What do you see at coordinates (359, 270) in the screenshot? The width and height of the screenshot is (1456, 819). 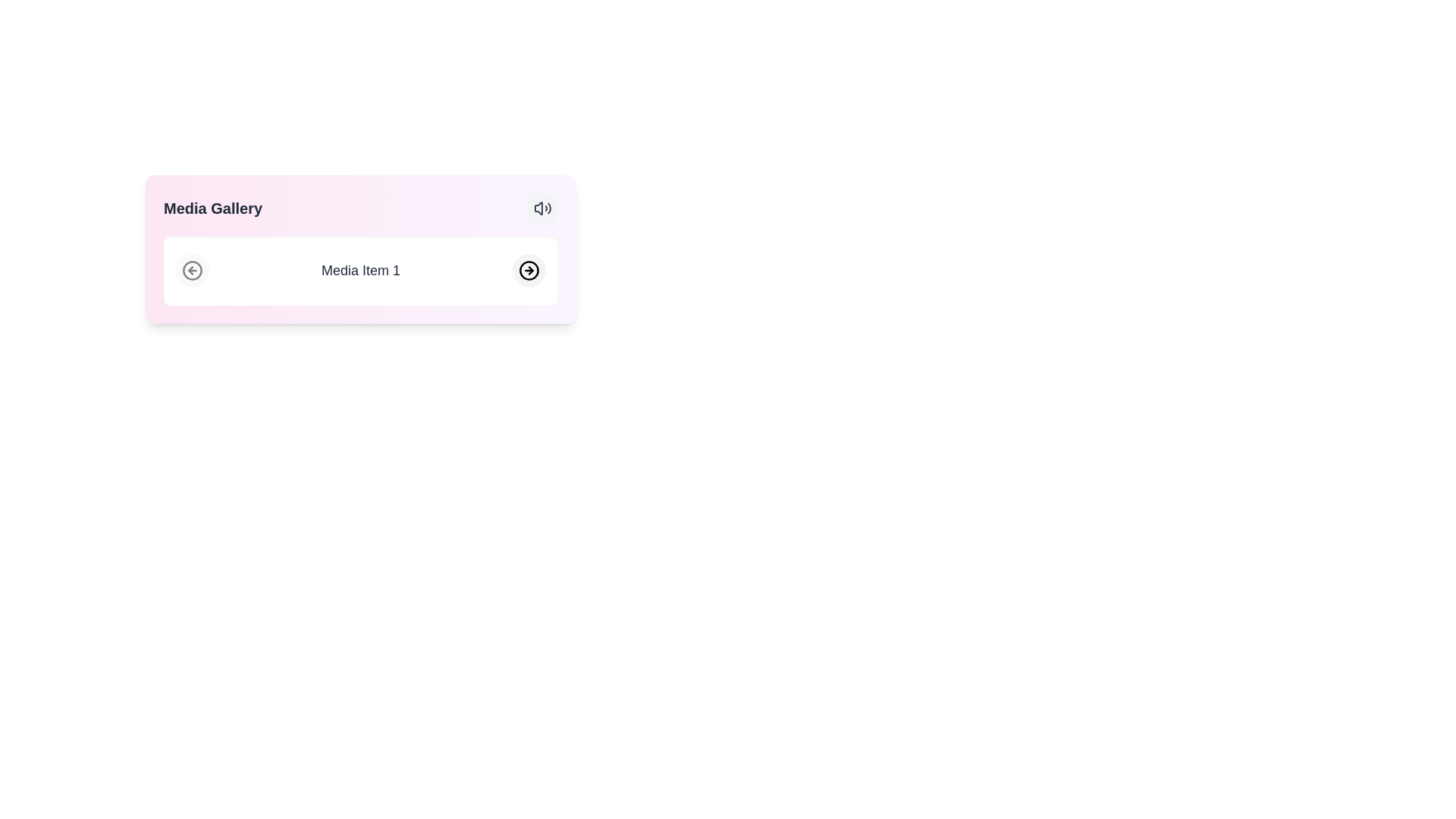 I see `the text label that identifies the currently displayed media item in the media gallery interface` at bounding box center [359, 270].